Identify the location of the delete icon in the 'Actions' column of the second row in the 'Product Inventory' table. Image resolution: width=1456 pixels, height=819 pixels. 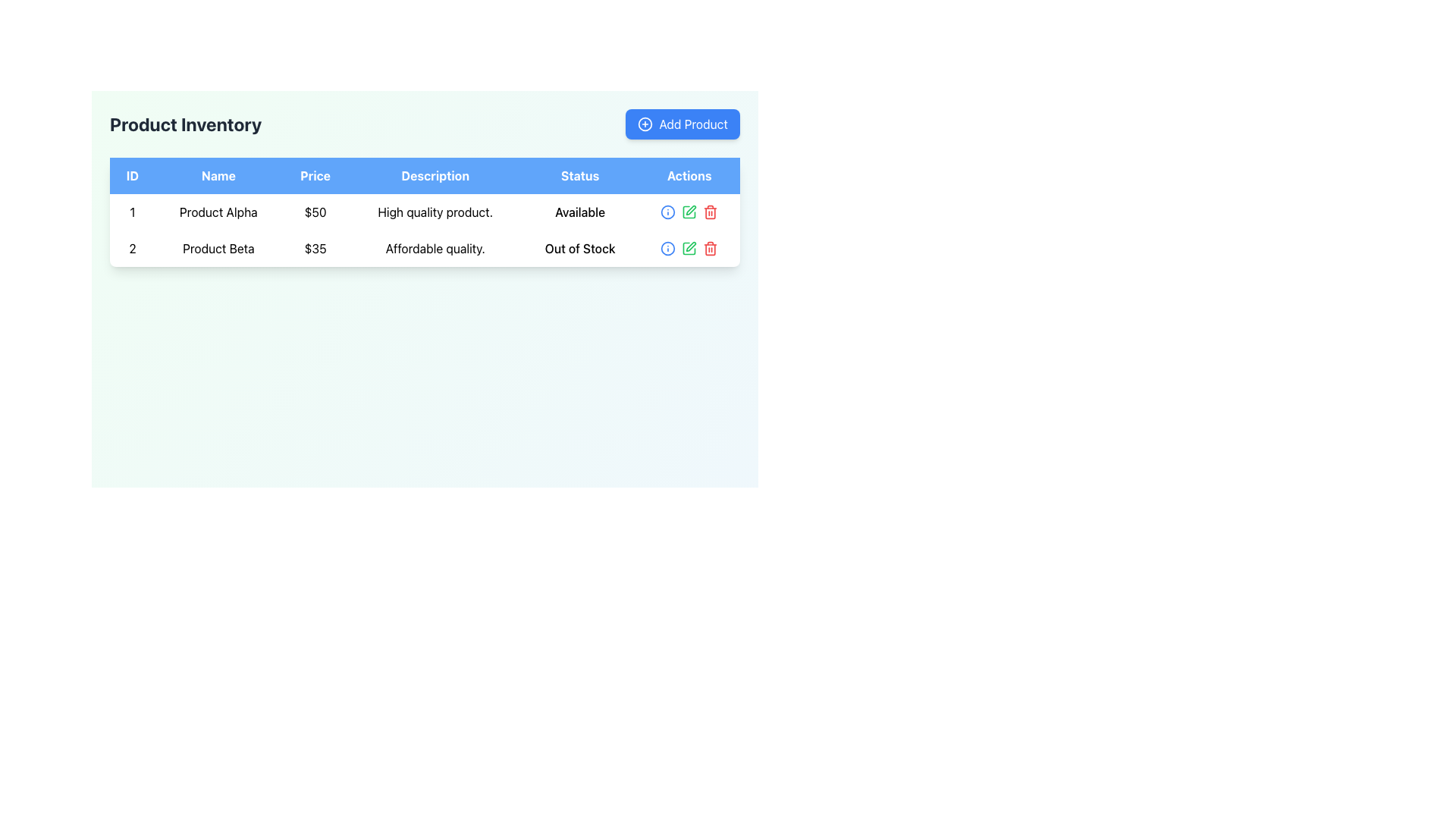
(710, 213).